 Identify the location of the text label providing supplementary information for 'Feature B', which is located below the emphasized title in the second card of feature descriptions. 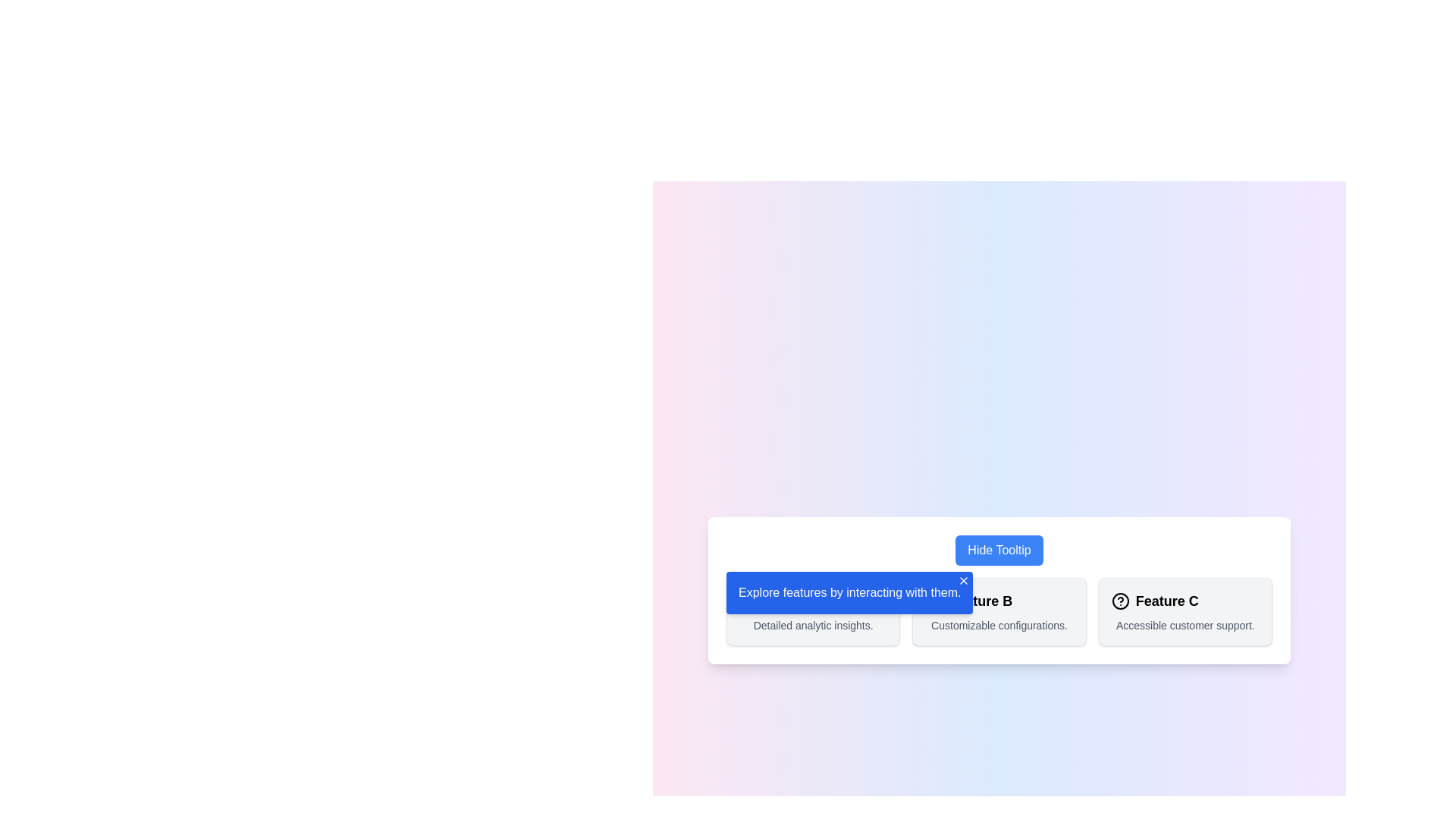
(999, 626).